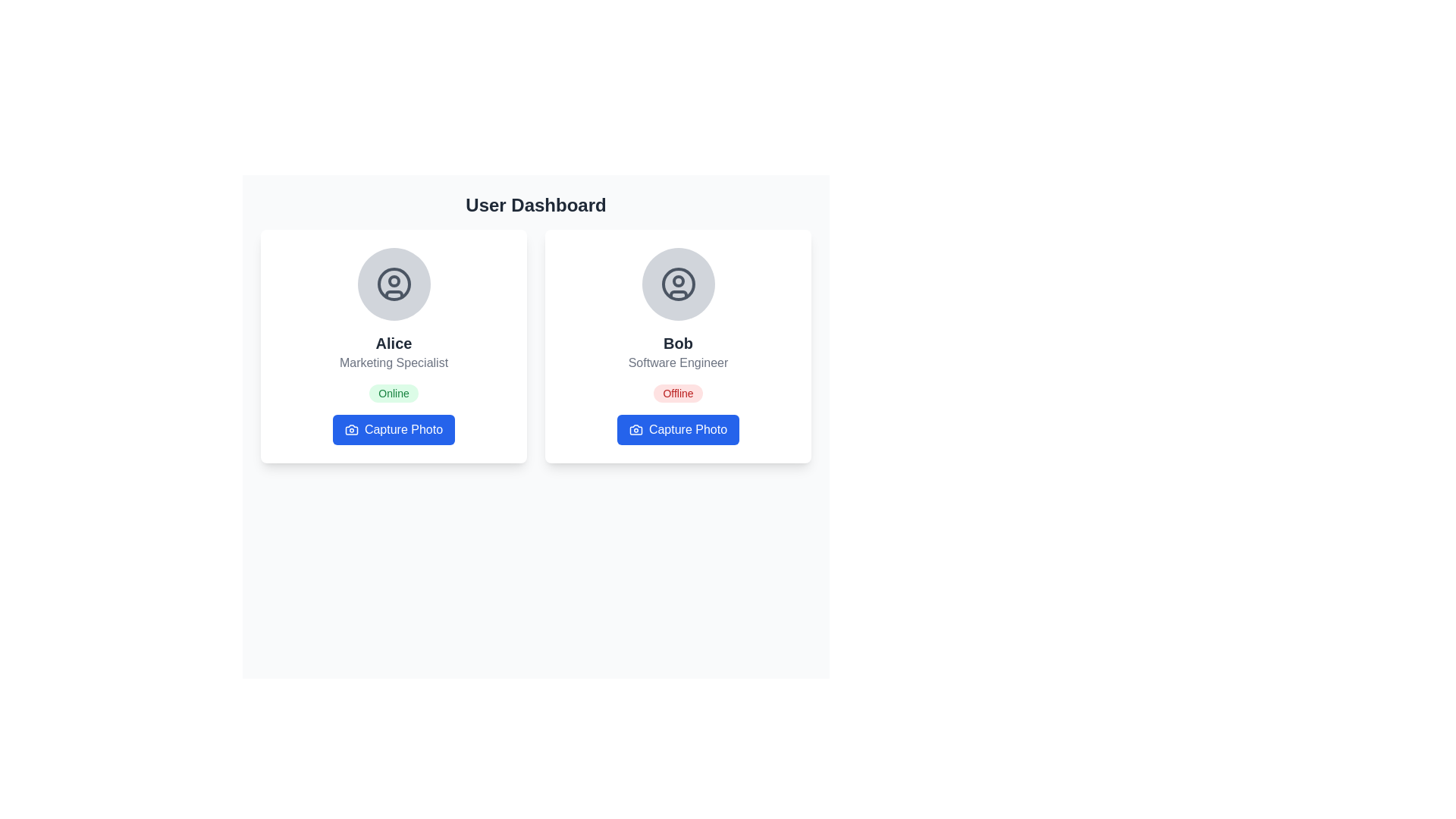  What do you see at coordinates (677, 284) in the screenshot?
I see `the user profile image icon with a circular background located in the upper central region of the card labeled 'Bob' in the user dashboard interface` at bounding box center [677, 284].